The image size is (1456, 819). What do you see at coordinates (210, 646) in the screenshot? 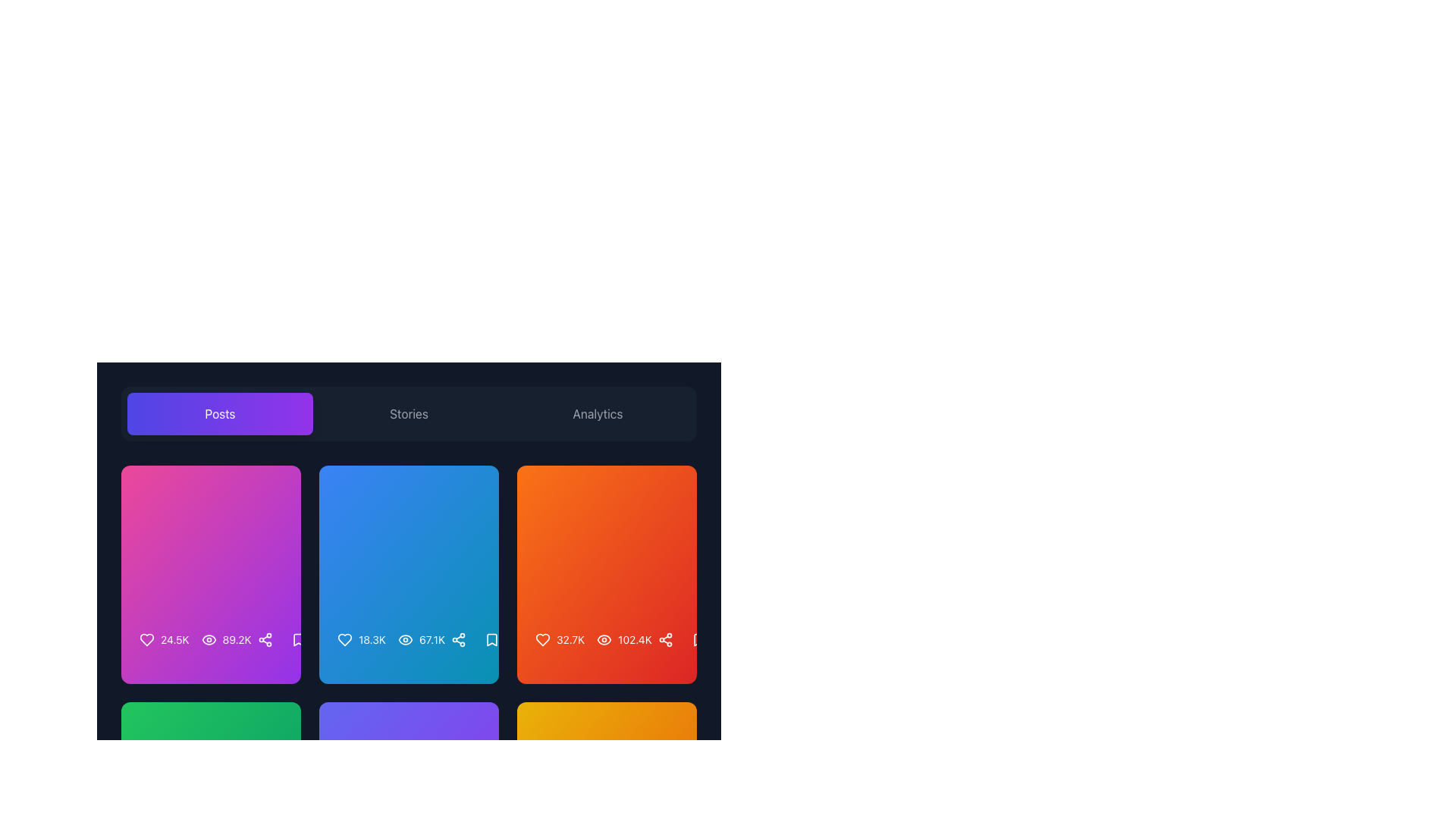
I see `the eye icon in the horizontal list of engagement metrics` at bounding box center [210, 646].